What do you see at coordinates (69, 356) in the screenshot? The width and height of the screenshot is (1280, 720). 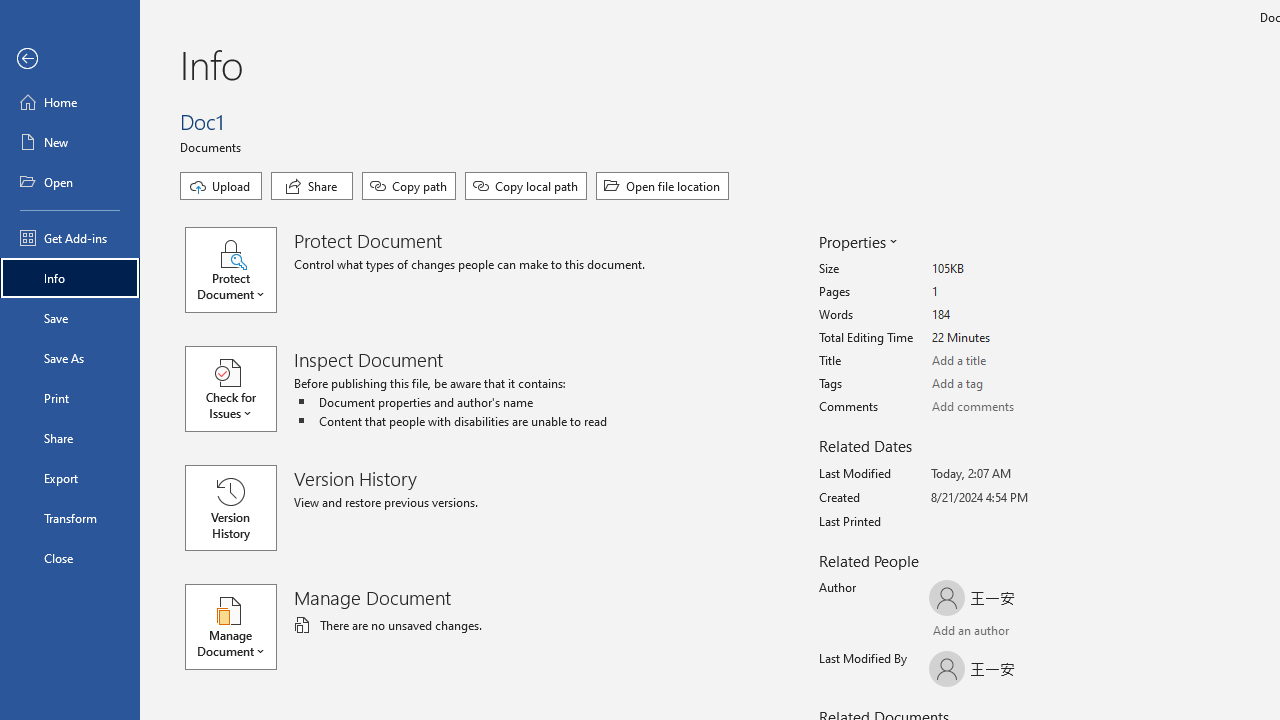 I see `'Save As'` at bounding box center [69, 356].